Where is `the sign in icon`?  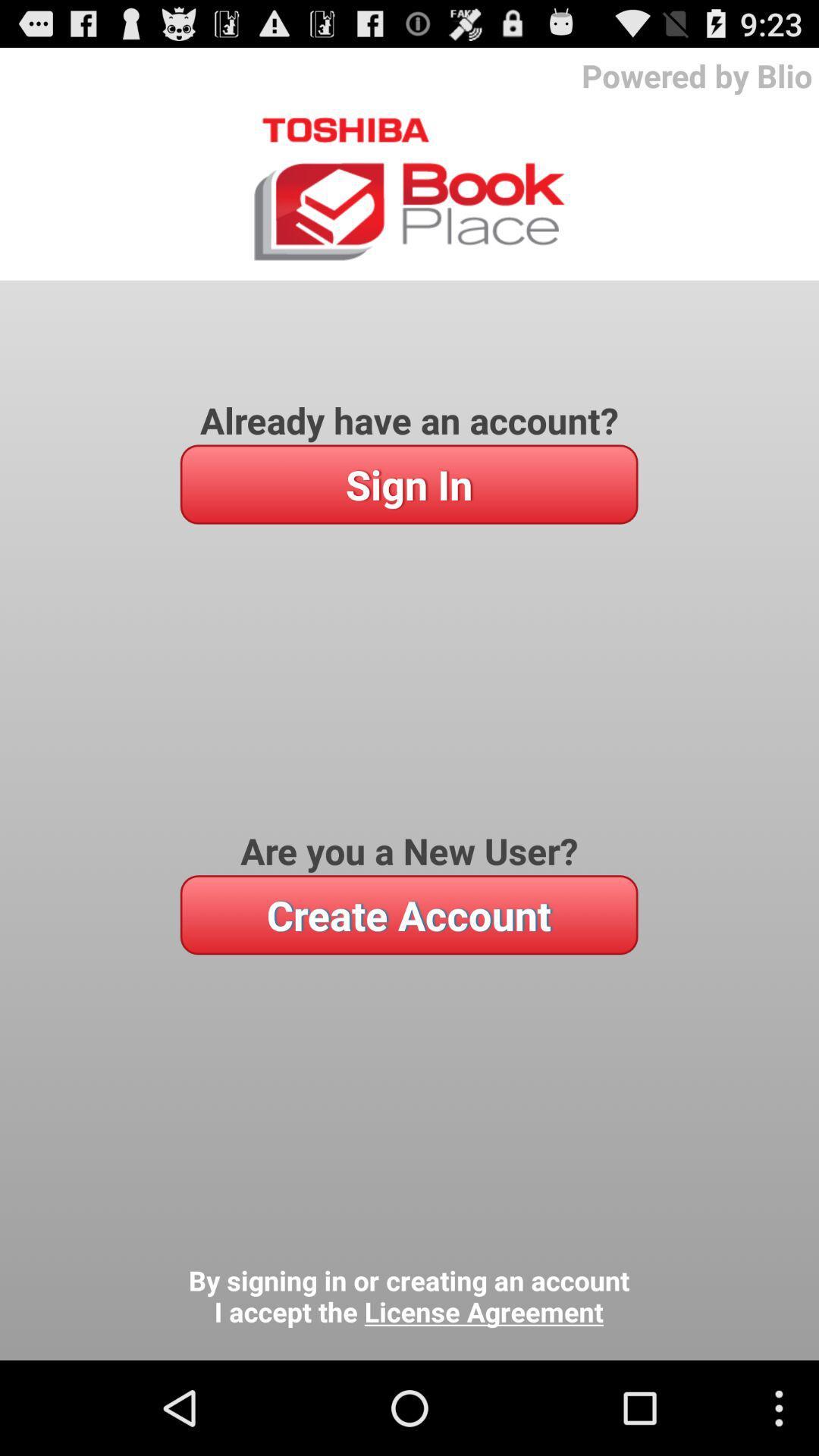 the sign in icon is located at coordinates (408, 483).